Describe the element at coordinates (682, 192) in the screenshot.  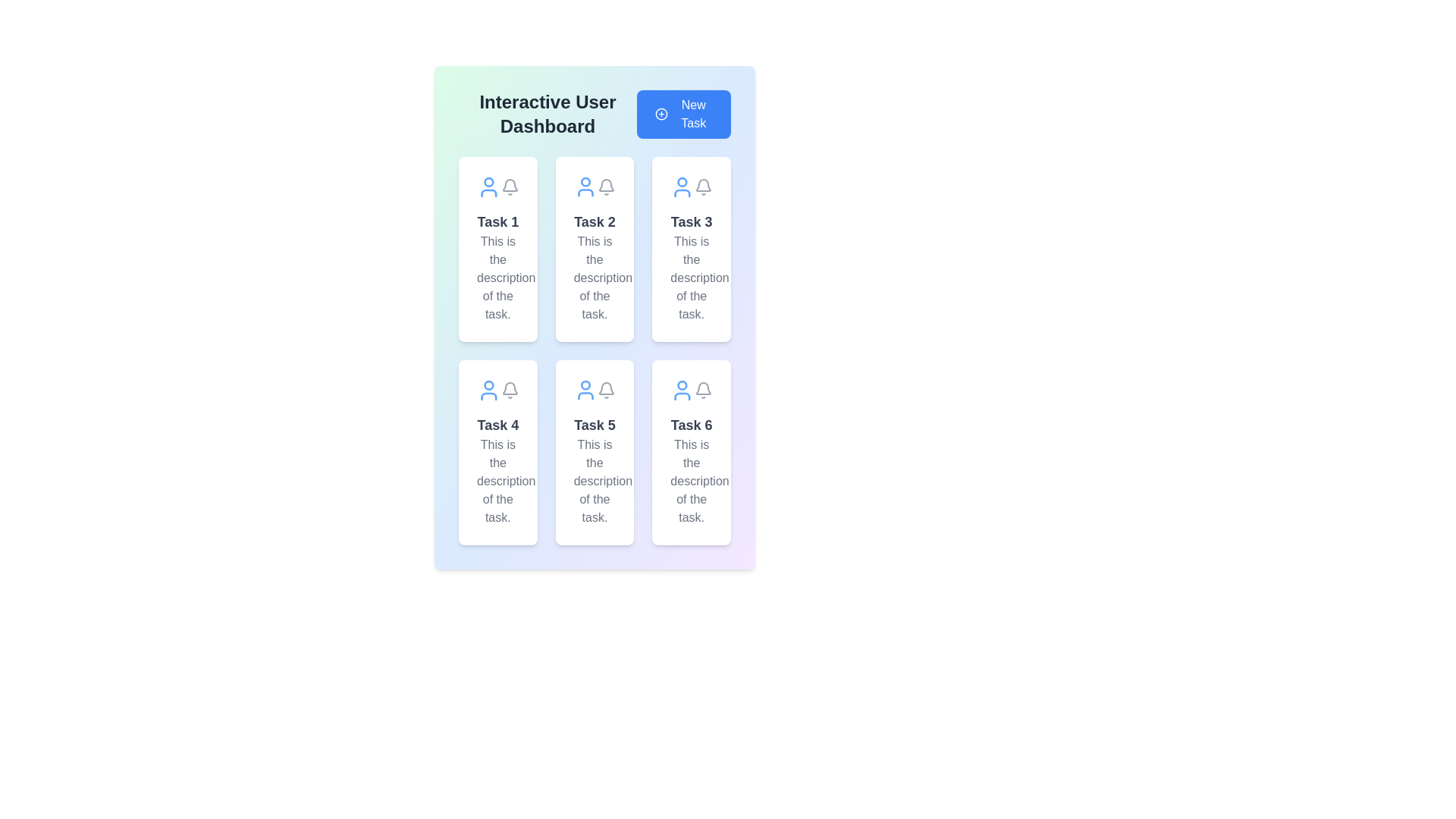
I see `the curved line forming the base of the avatar's body in the SVG icon for 'Task 3', located in the center column of the task dashboard` at that location.